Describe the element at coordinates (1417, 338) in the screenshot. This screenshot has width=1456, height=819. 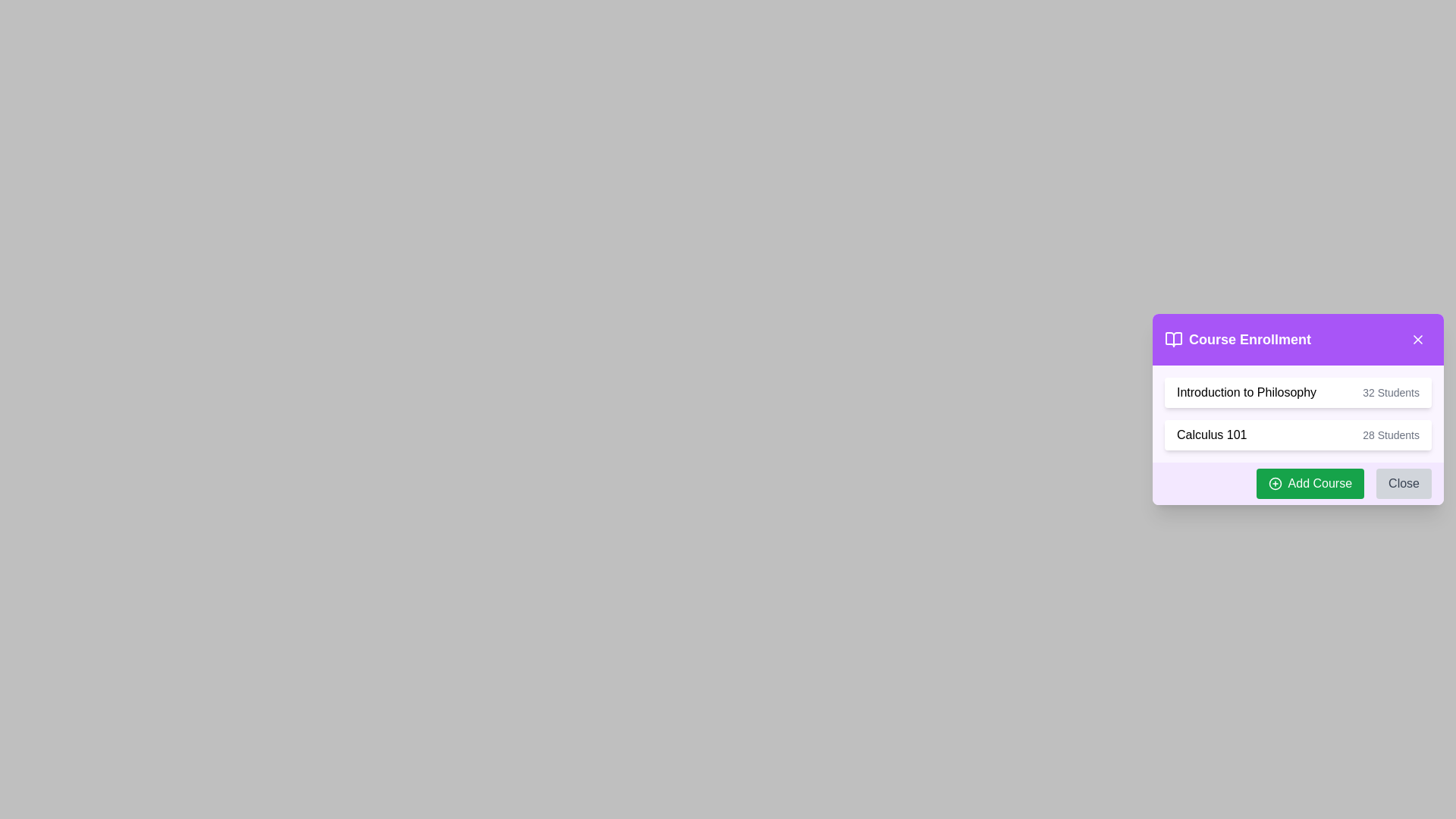
I see `the upper-right part of the 'X' close button in the purple header section of the 'Course Enrollment' card for potential visual feedback` at that location.